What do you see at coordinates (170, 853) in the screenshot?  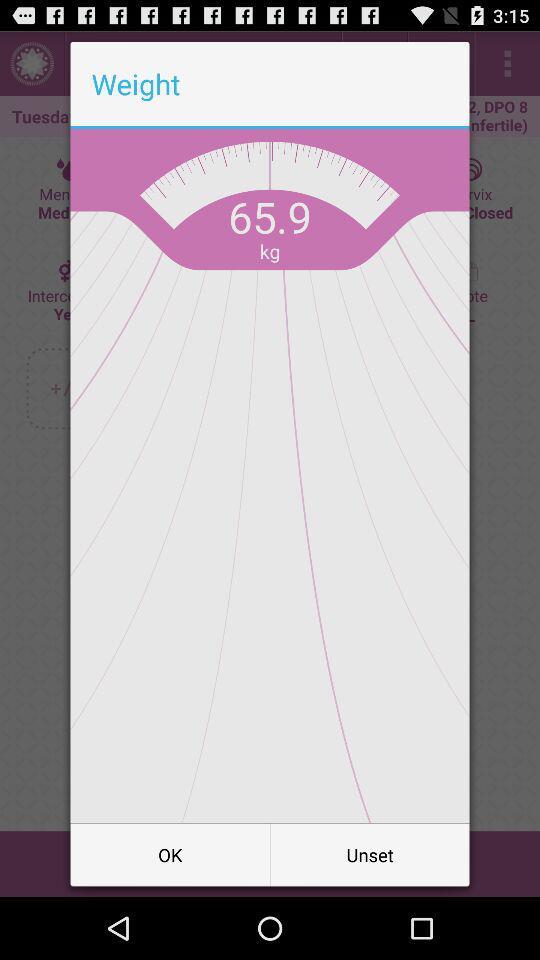 I see `button to the left of unset item` at bounding box center [170, 853].